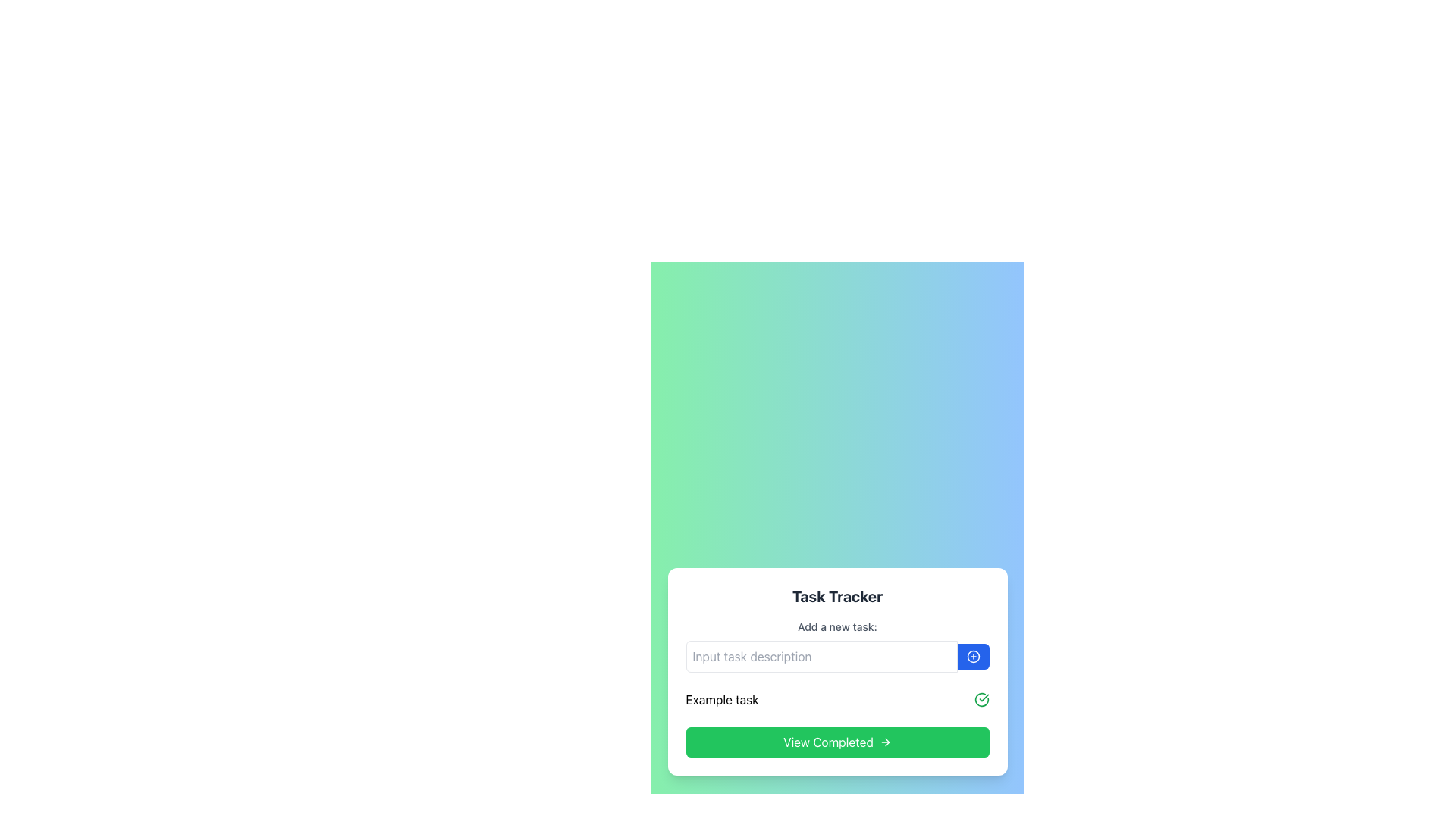  I want to click on the navigation icon located at the end of the 'View Completed' green button, so click(885, 742).